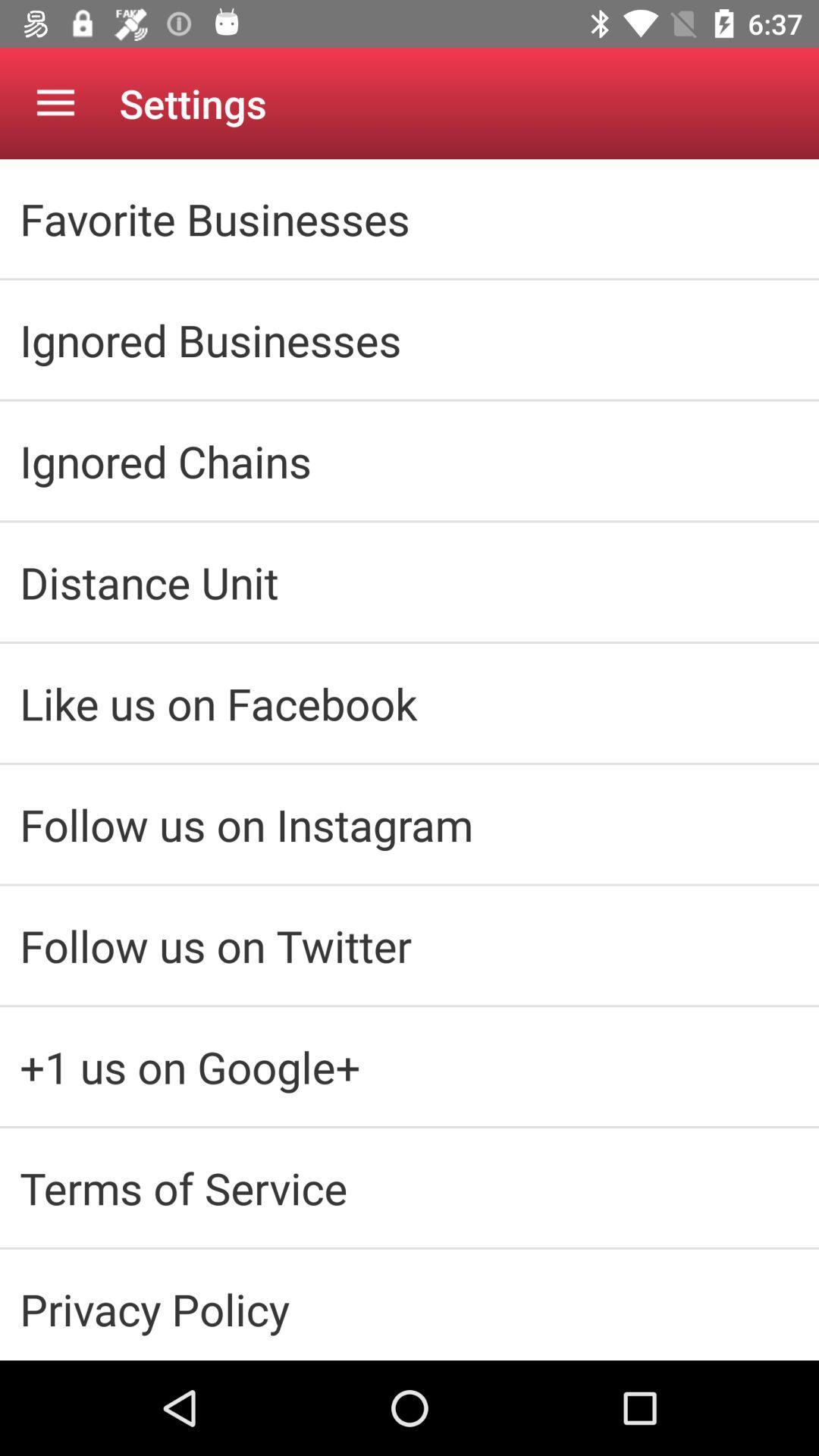 Image resolution: width=819 pixels, height=1456 pixels. I want to click on the app next to the settings icon, so click(55, 102).